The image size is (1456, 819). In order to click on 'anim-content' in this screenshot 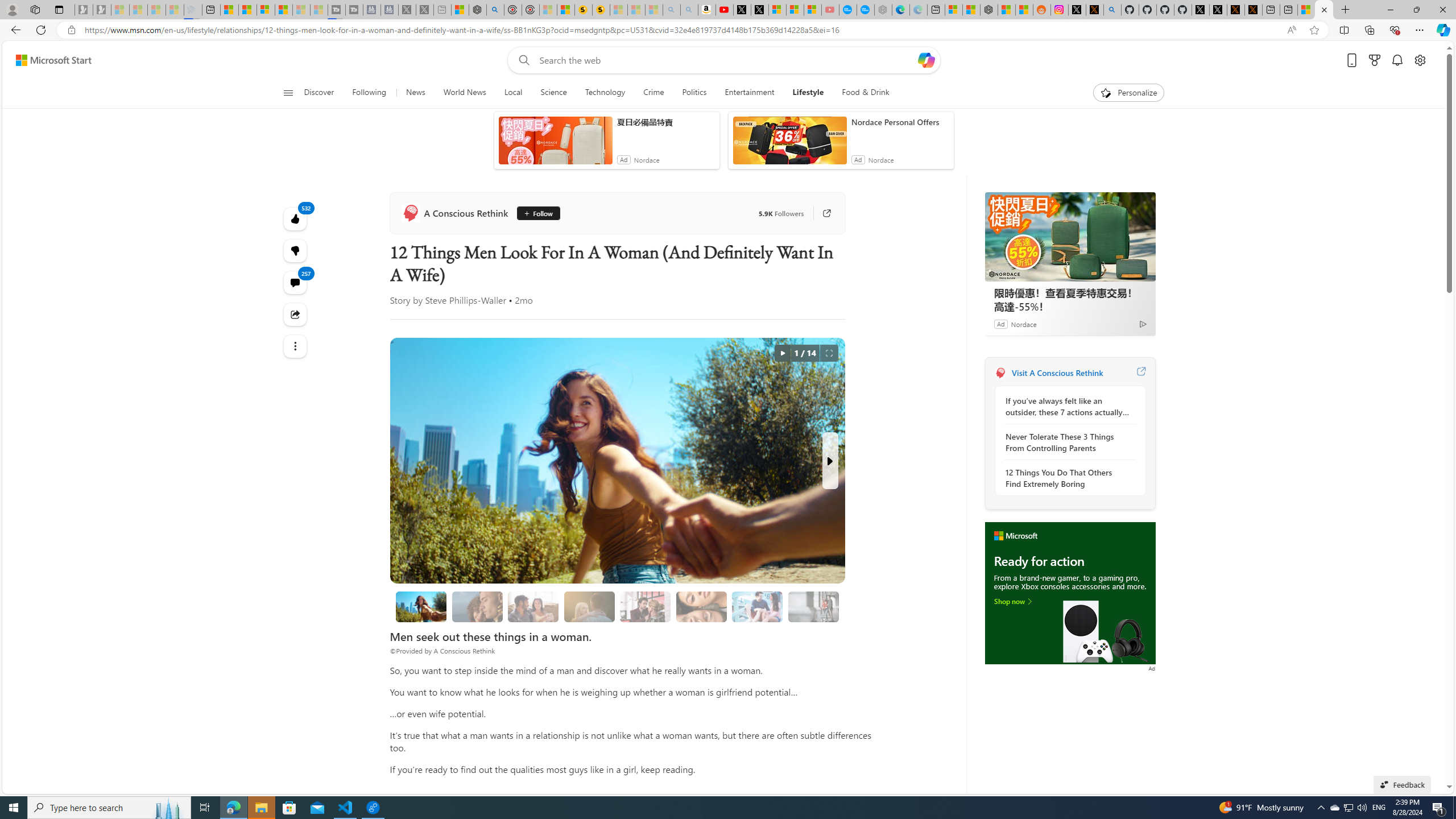, I will do `click(789, 144)`.